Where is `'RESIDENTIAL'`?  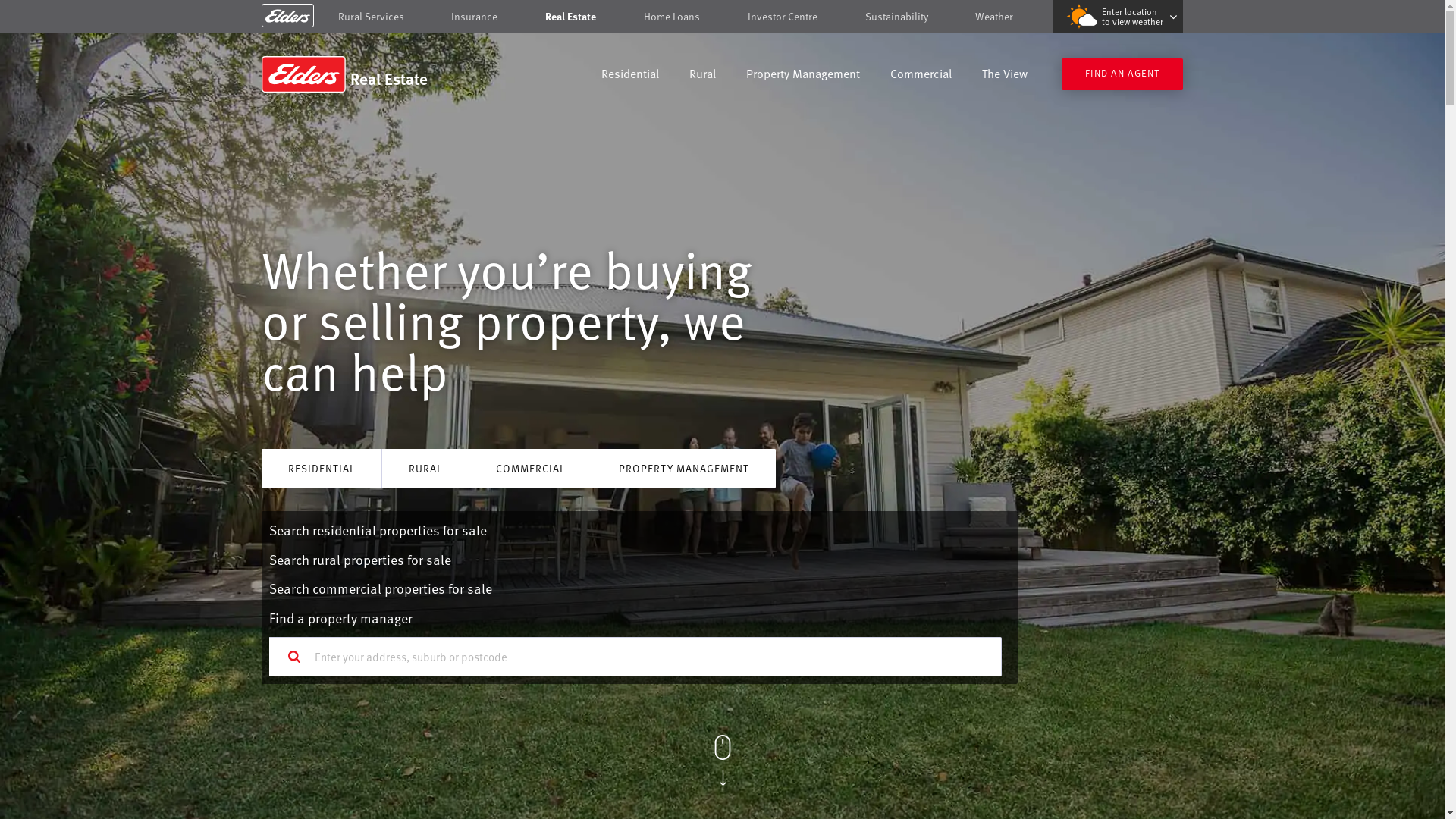
'RESIDENTIAL' is located at coordinates (321, 467).